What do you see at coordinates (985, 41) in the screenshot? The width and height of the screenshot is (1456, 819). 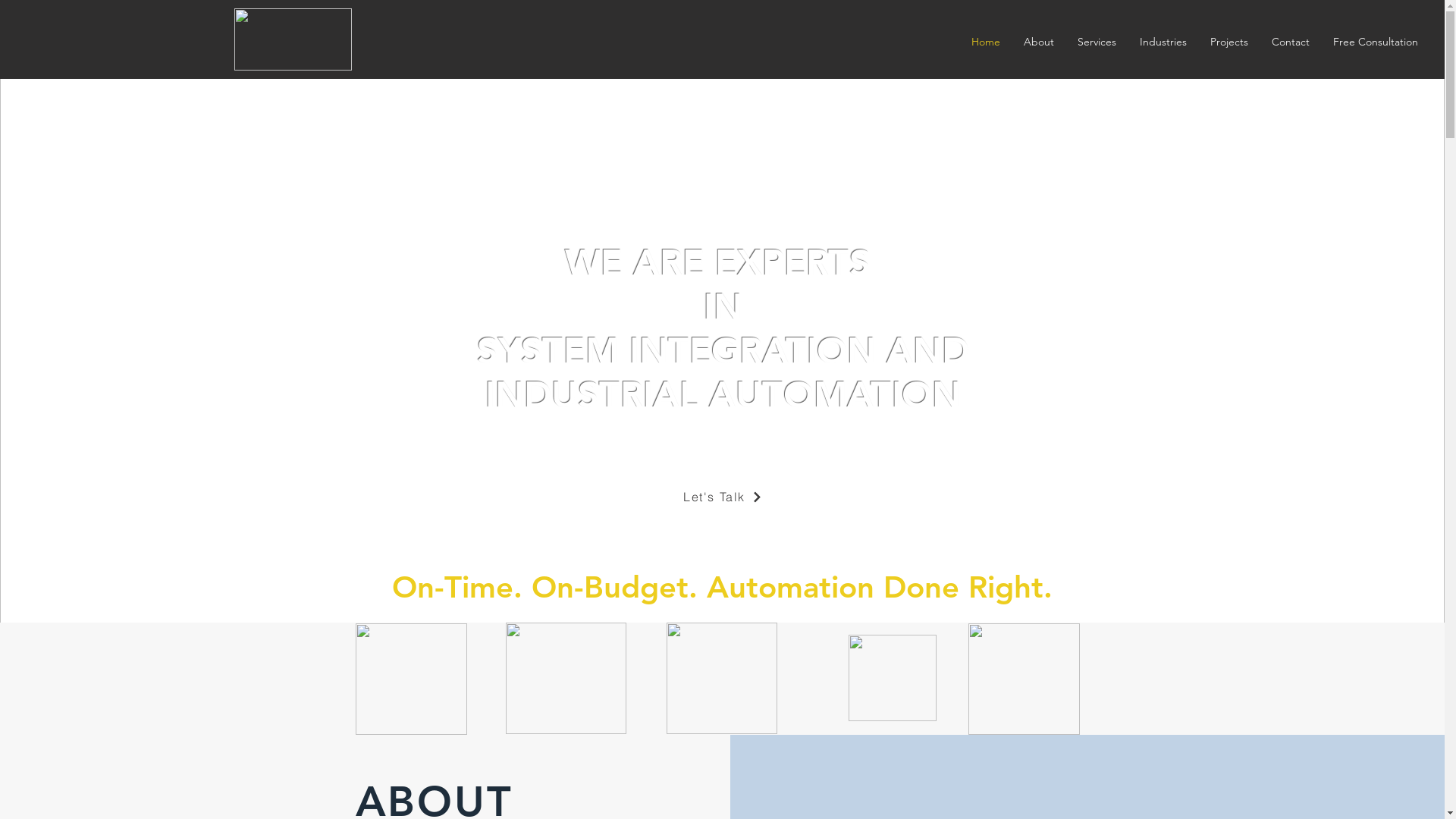 I see `'Home'` at bounding box center [985, 41].